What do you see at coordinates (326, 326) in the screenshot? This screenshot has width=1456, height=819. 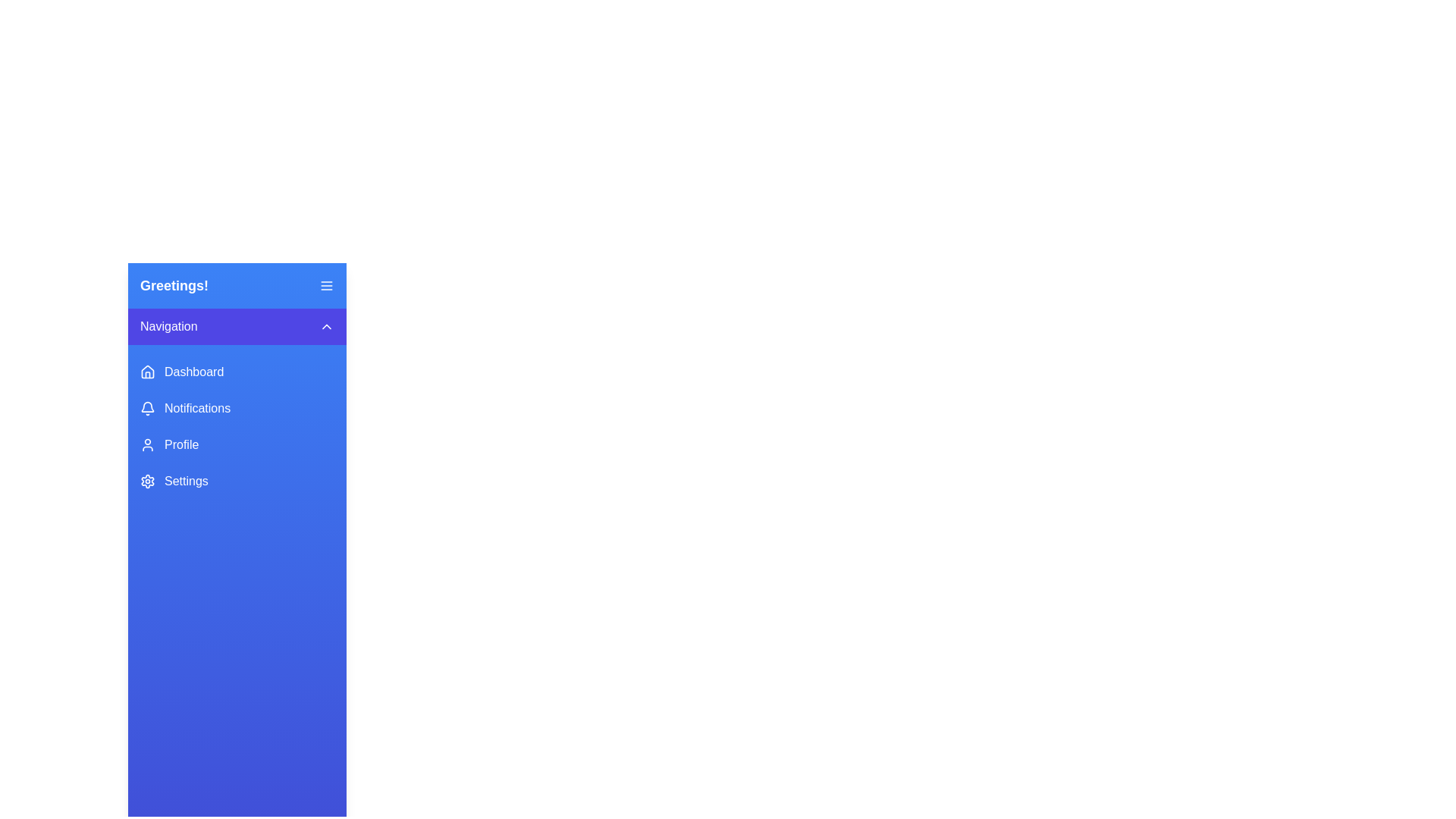 I see `the small upward-pointing chevron icon located on the right edge of the purple 'Navigation' bar` at bounding box center [326, 326].